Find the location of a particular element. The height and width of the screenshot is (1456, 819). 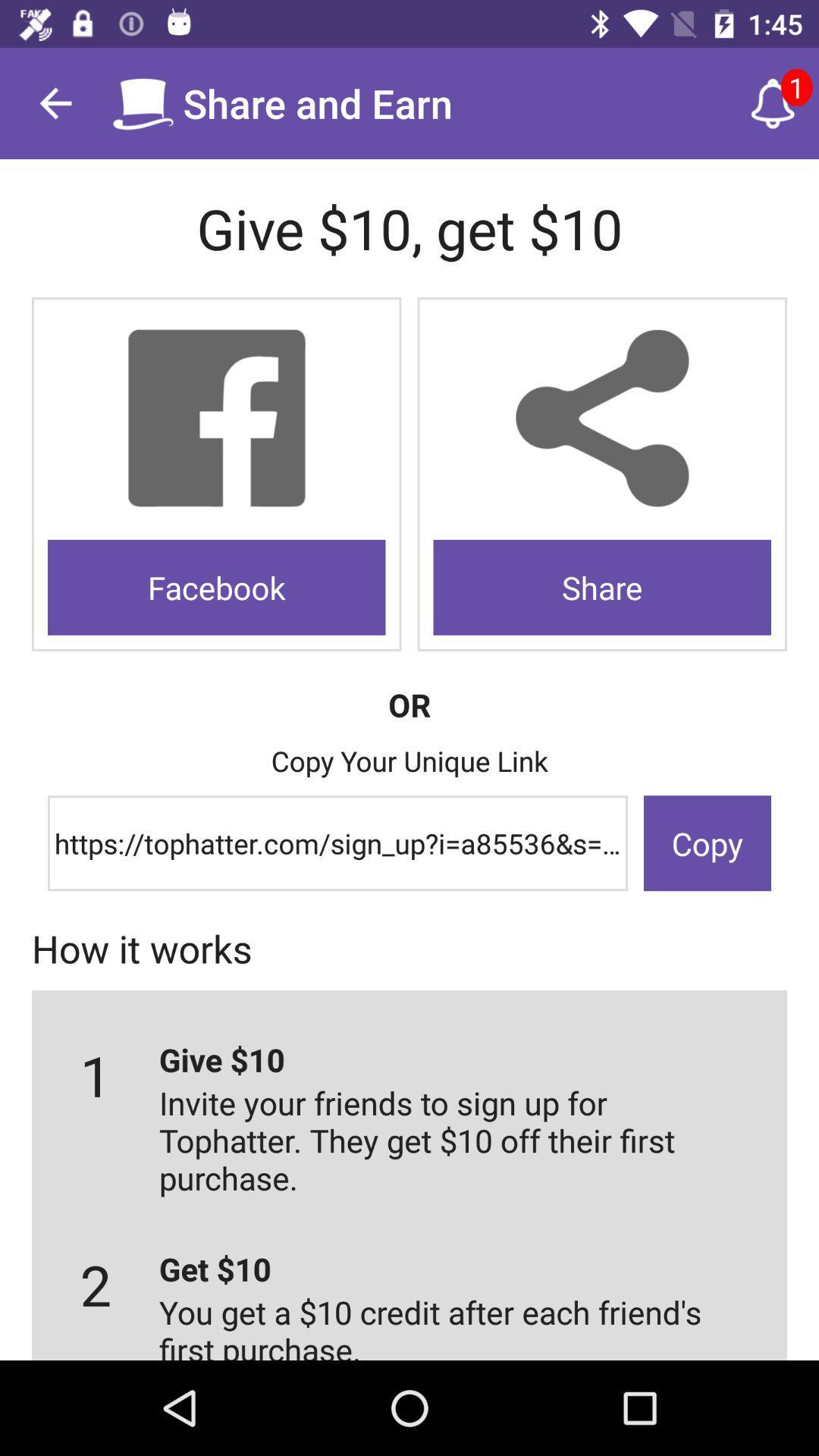

open notifications is located at coordinates (773, 102).